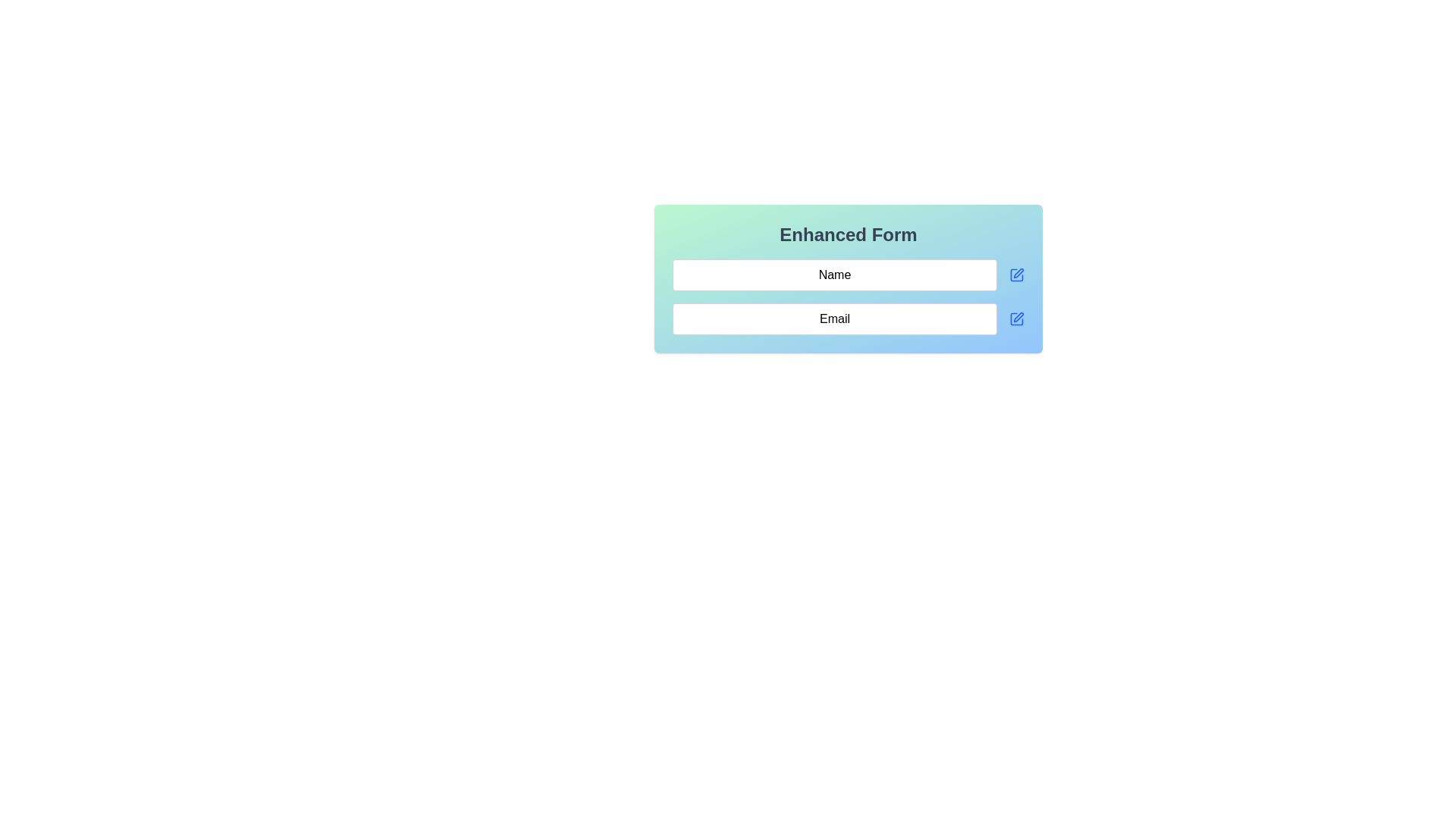 The image size is (1456, 819). What do you see at coordinates (847, 318) in the screenshot?
I see `the 'Email' text input field, which is the second input in the 'Enhanced Form' and is styled with a white background and light gray border, to focus on it` at bounding box center [847, 318].